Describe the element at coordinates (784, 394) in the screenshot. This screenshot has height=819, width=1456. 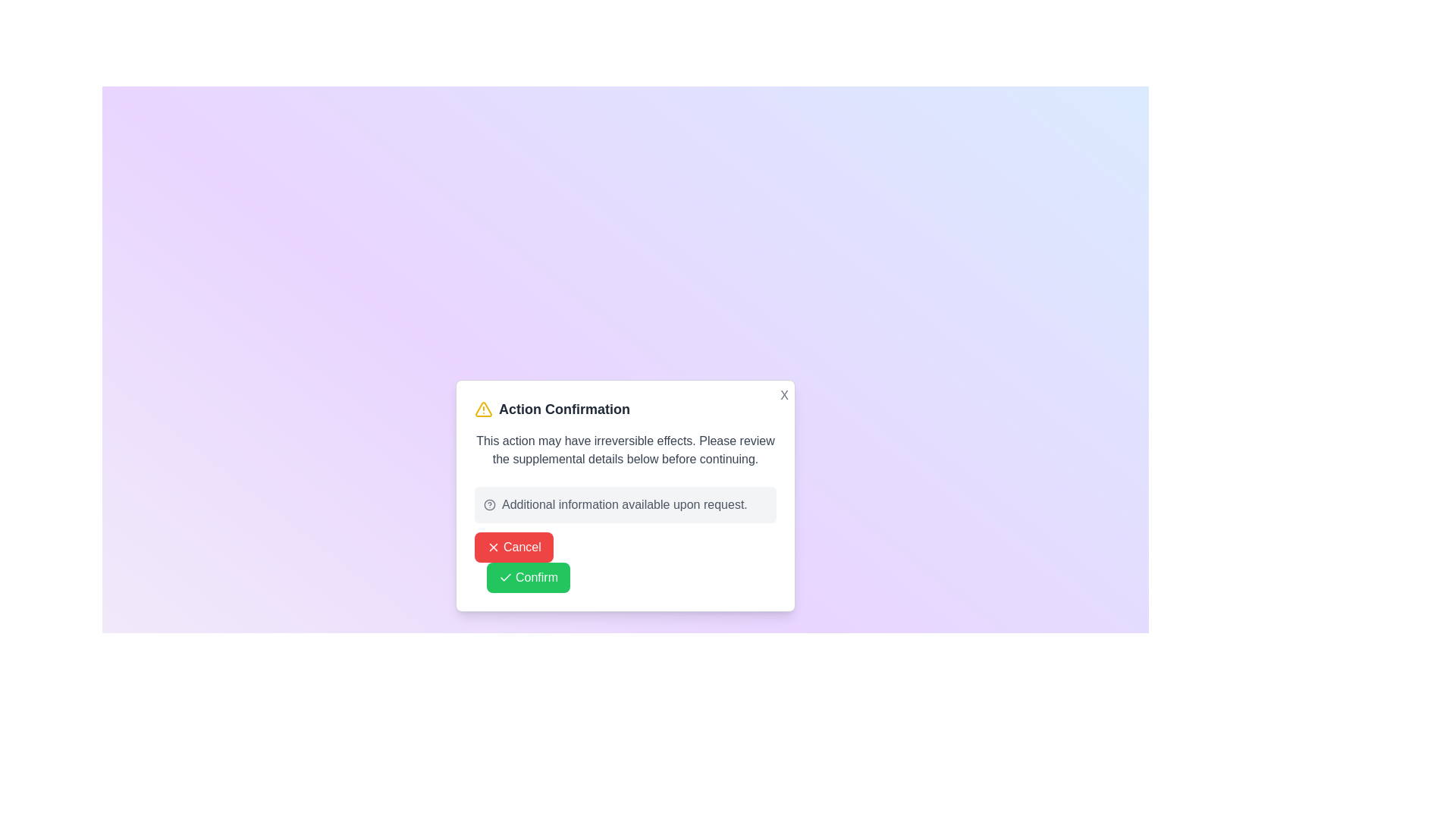
I see `the small gray button displaying the letter 'X' at the top-right corner of the modal dialog box` at that location.